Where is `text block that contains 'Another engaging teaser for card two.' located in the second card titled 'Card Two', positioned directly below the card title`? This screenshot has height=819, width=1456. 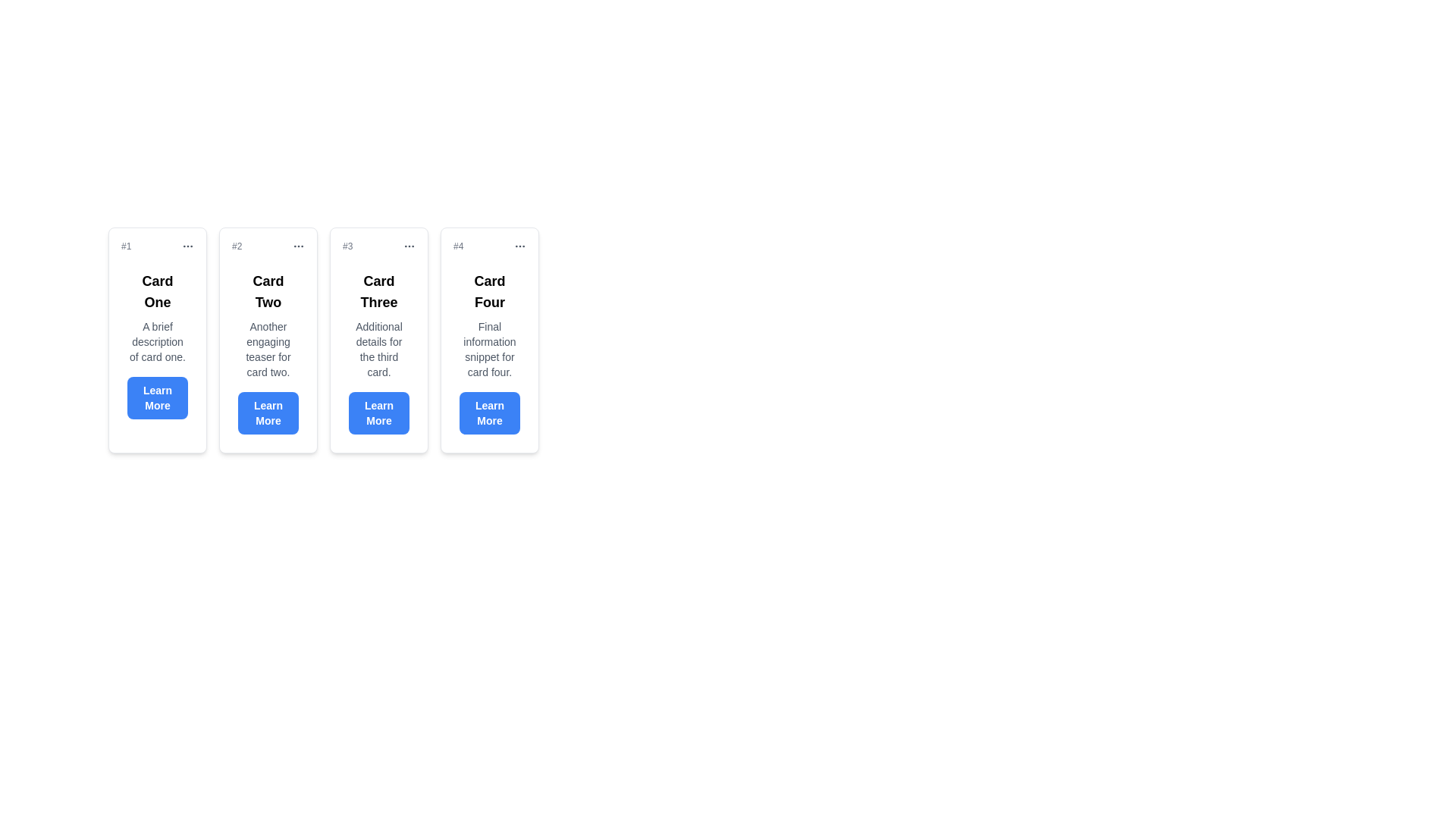
text block that contains 'Another engaging teaser for card two.' located in the second card titled 'Card Two', positioned directly below the card title is located at coordinates (268, 350).